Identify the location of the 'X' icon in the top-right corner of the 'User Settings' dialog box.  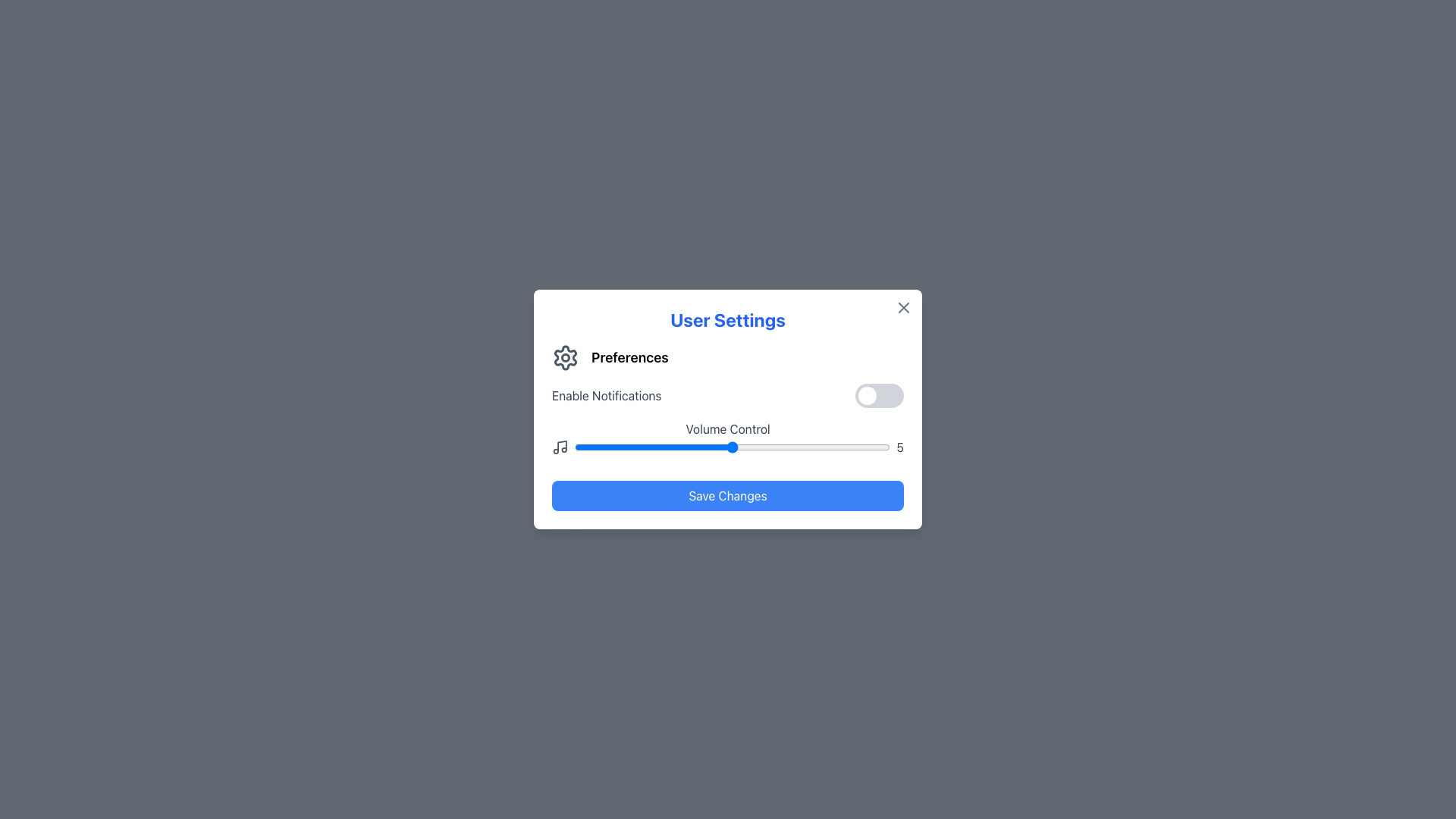
(903, 307).